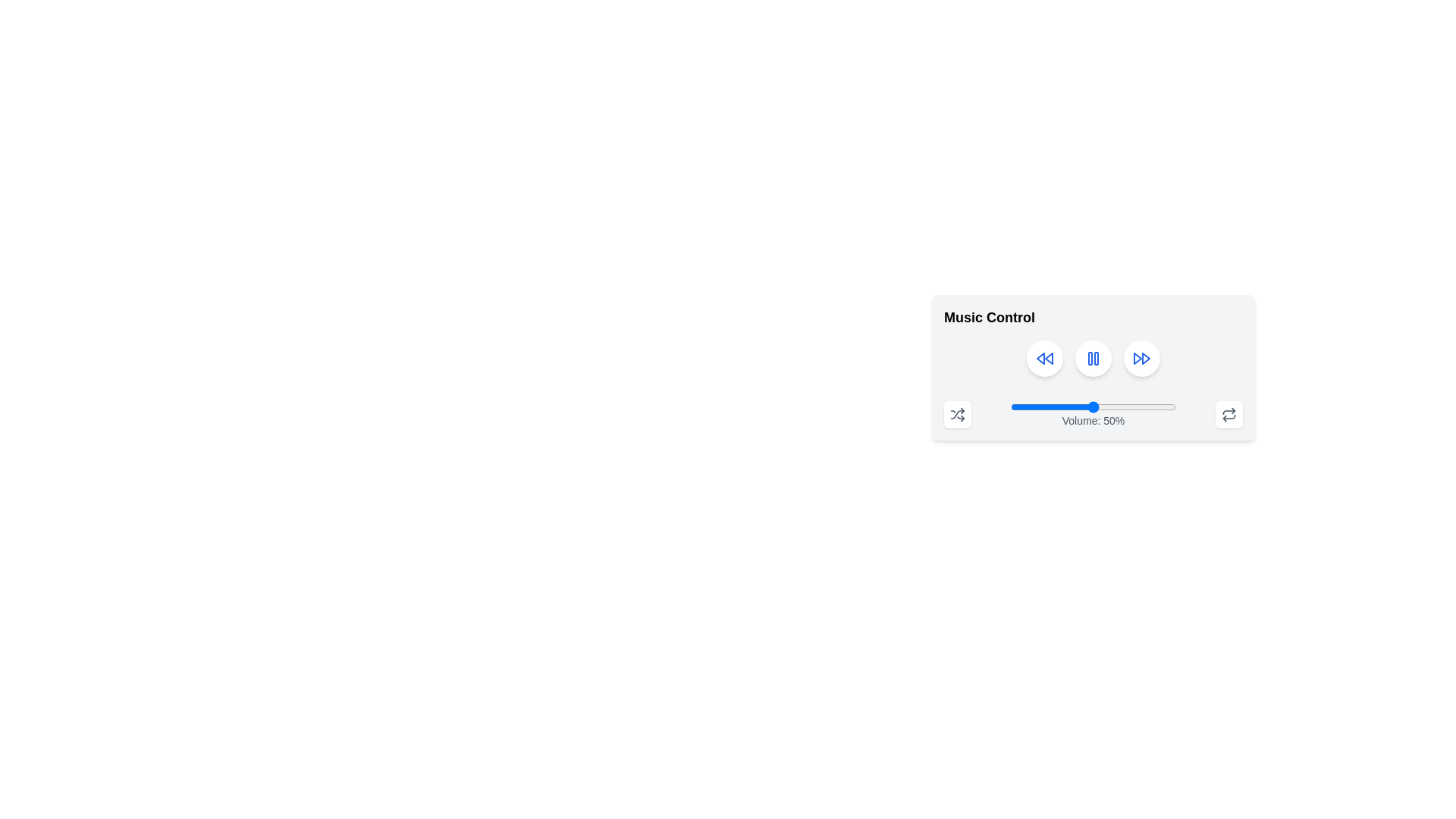 Image resolution: width=1456 pixels, height=819 pixels. What do you see at coordinates (990, 317) in the screenshot?
I see `text content of the 'Music Control' text label, which is prominently displayed in bold and larger font at the top-left corner of the music control interface` at bounding box center [990, 317].